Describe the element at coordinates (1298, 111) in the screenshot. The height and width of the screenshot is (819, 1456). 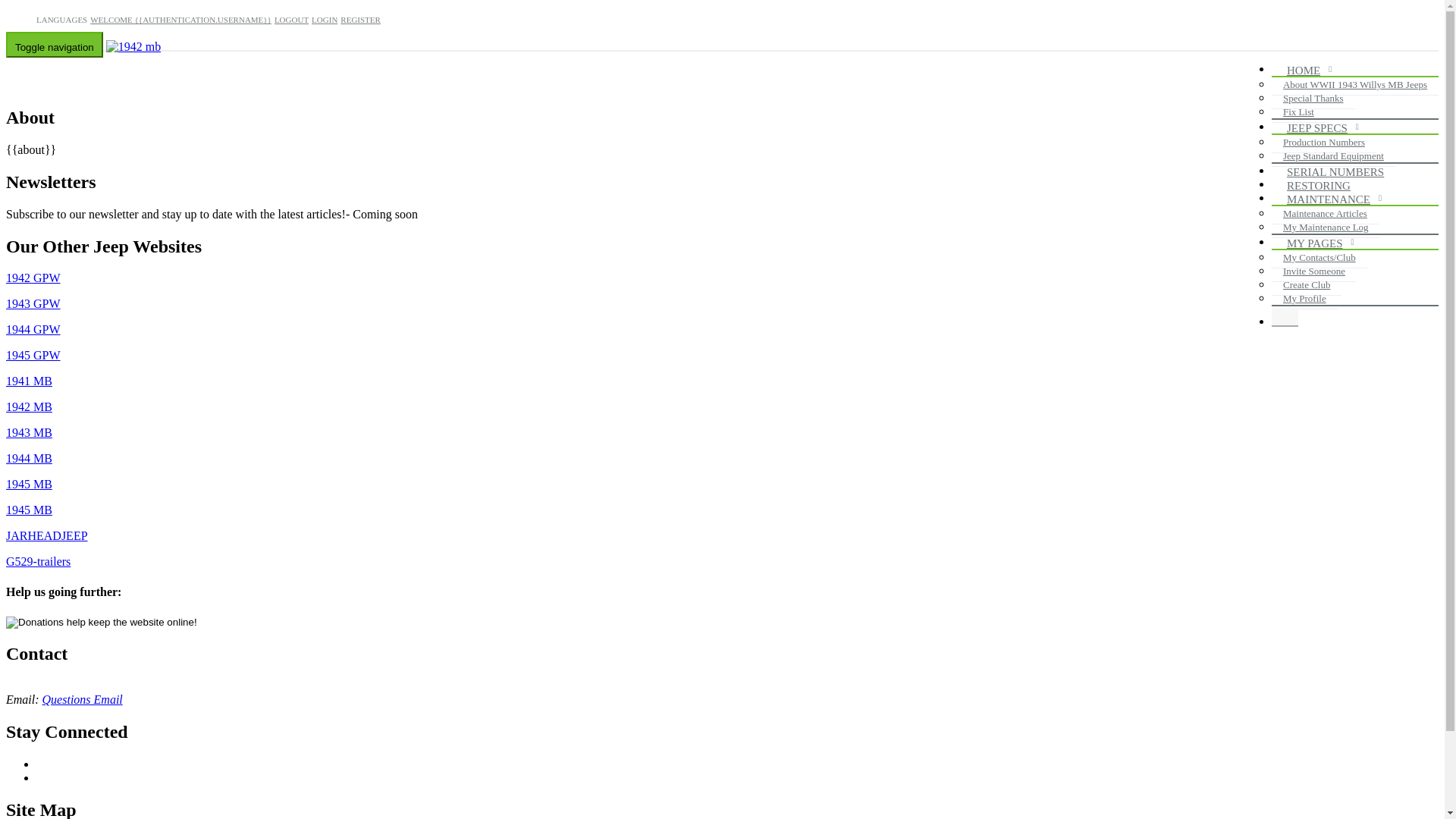
I see `'Fix List'` at that location.